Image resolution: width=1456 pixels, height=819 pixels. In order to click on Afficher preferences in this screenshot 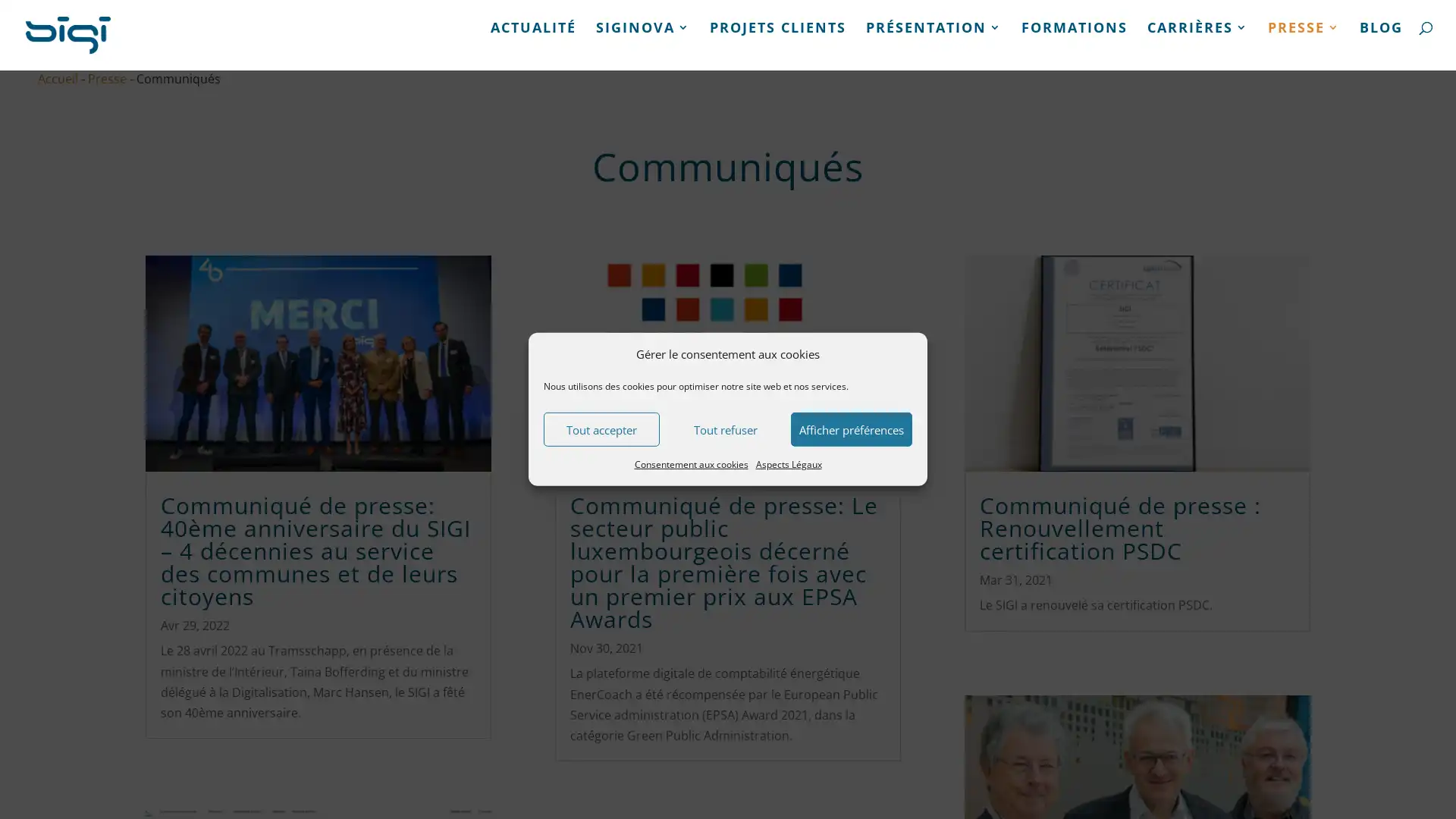, I will do `click(852, 429)`.